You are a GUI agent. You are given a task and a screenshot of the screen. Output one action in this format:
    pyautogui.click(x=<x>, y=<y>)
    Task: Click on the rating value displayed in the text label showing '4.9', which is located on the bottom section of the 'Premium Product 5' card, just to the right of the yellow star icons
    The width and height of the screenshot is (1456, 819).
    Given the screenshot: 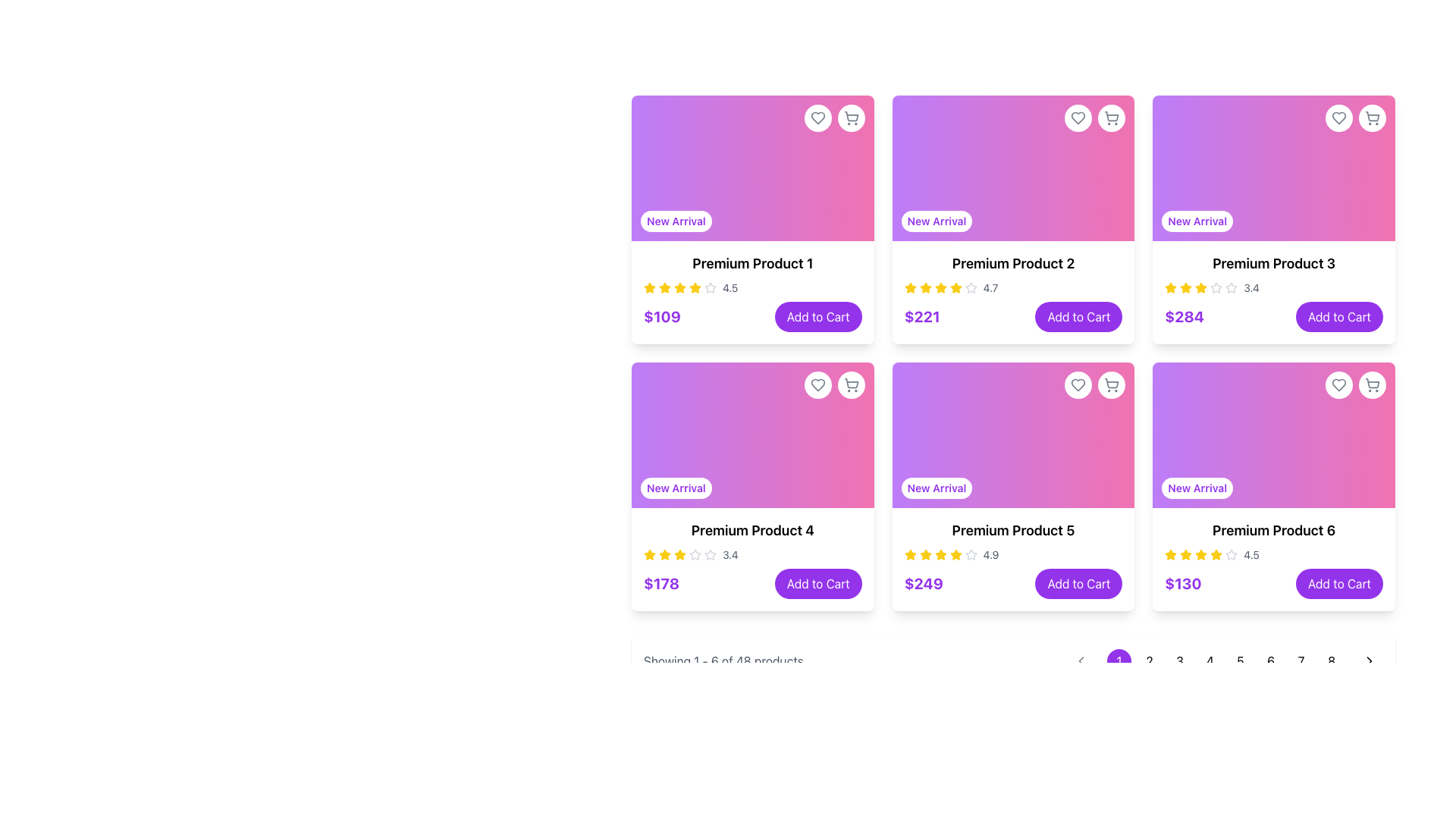 What is the action you would take?
    pyautogui.click(x=990, y=555)
    